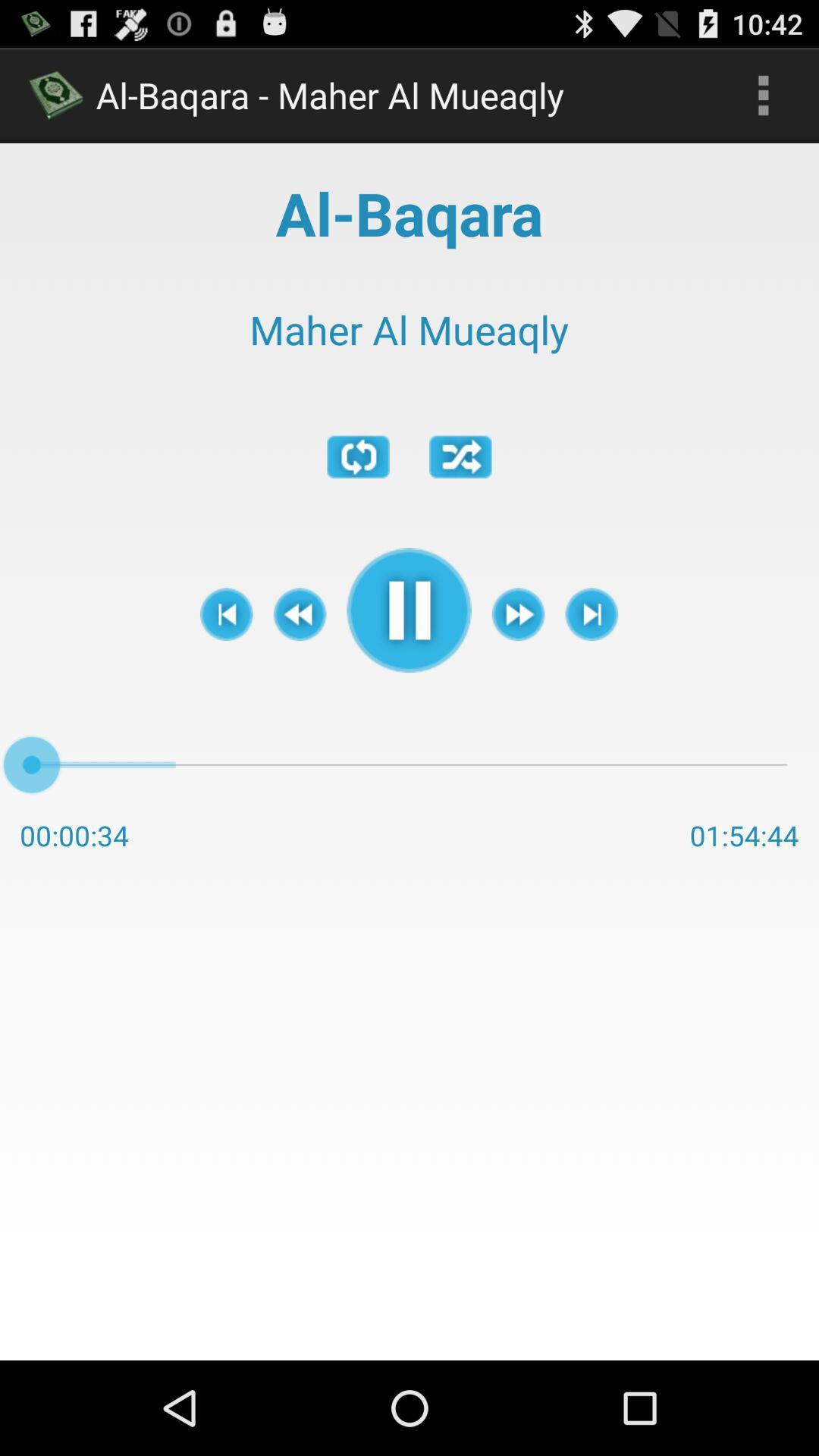 The image size is (819, 1456). I want to click on the av_rewind icon, so click(300, 657).